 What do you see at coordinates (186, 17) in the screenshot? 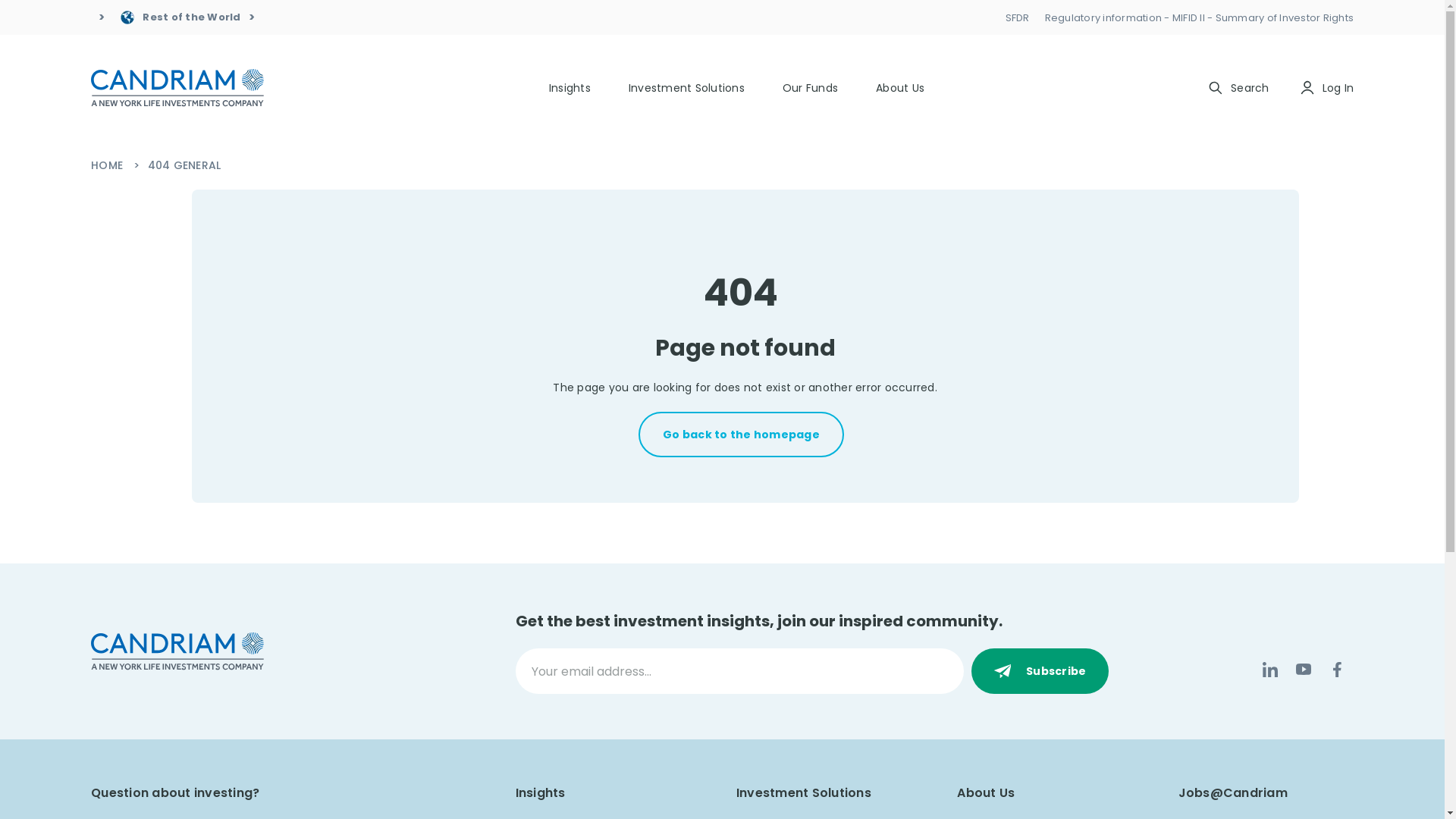
I see `'Rest of the World` at bounding box center [186, 17].